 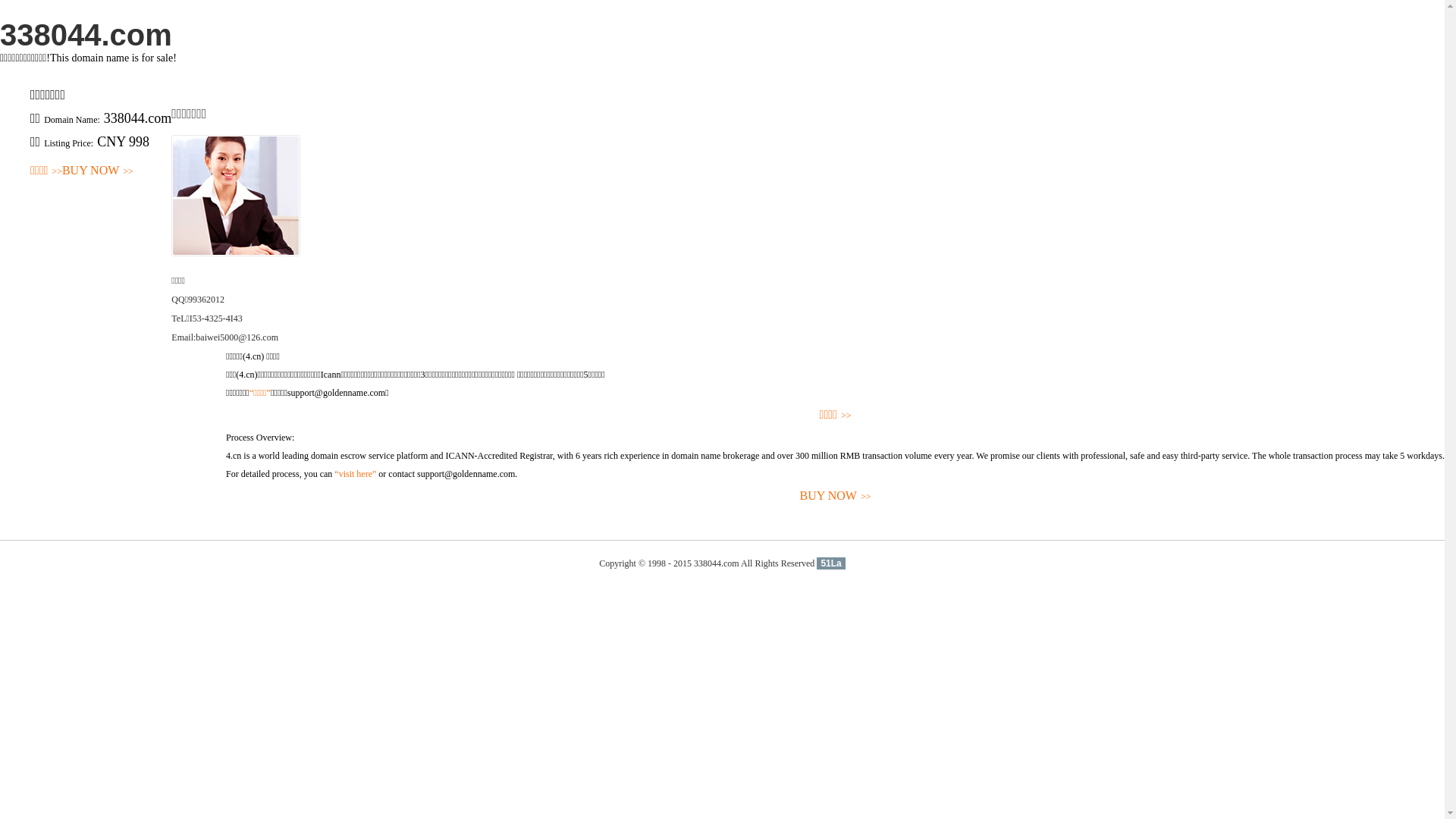 I want to click on '51La', so click(x=830, y=563).